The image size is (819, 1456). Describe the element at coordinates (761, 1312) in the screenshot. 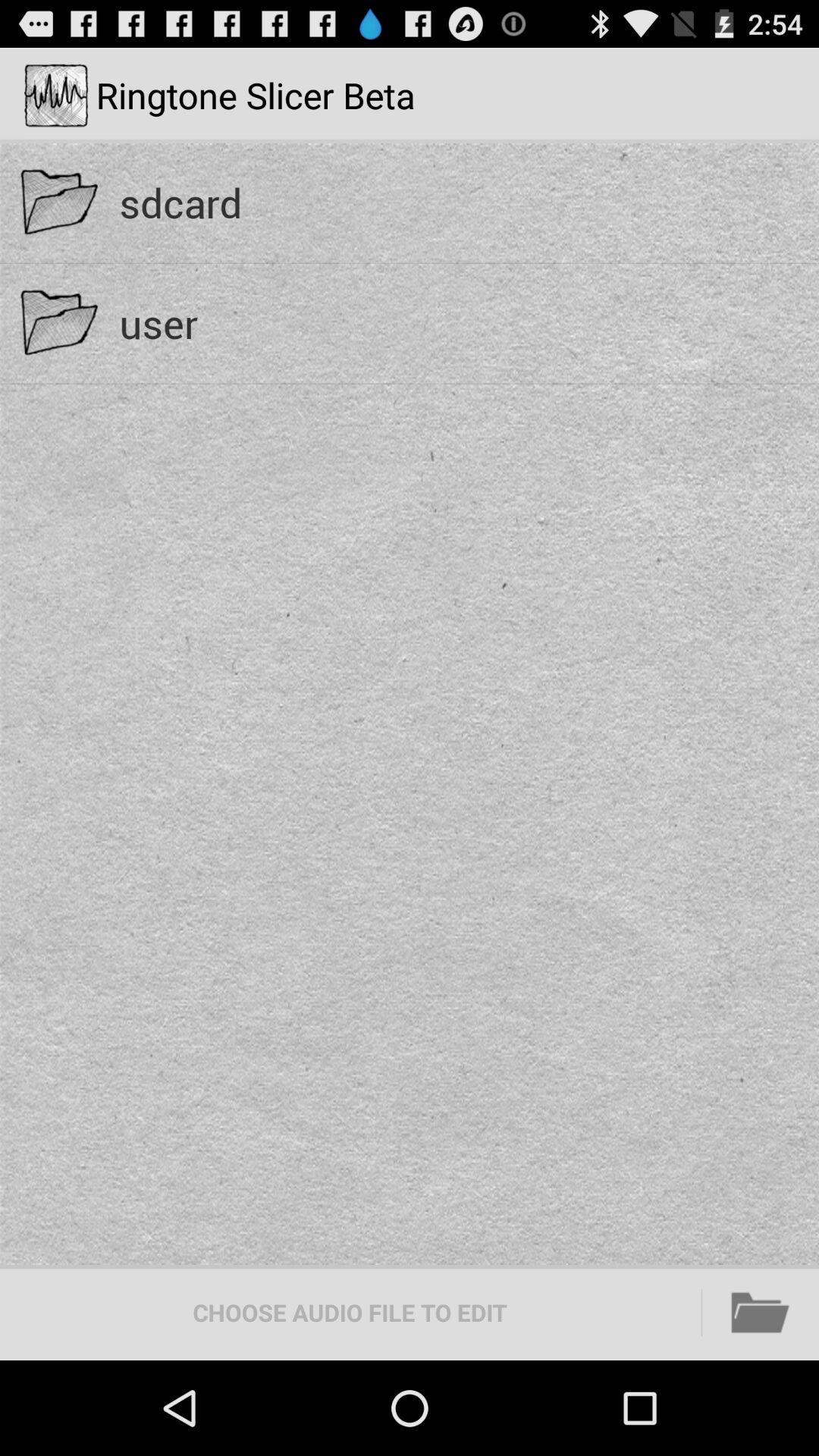

I see `item below the user item` at that location.